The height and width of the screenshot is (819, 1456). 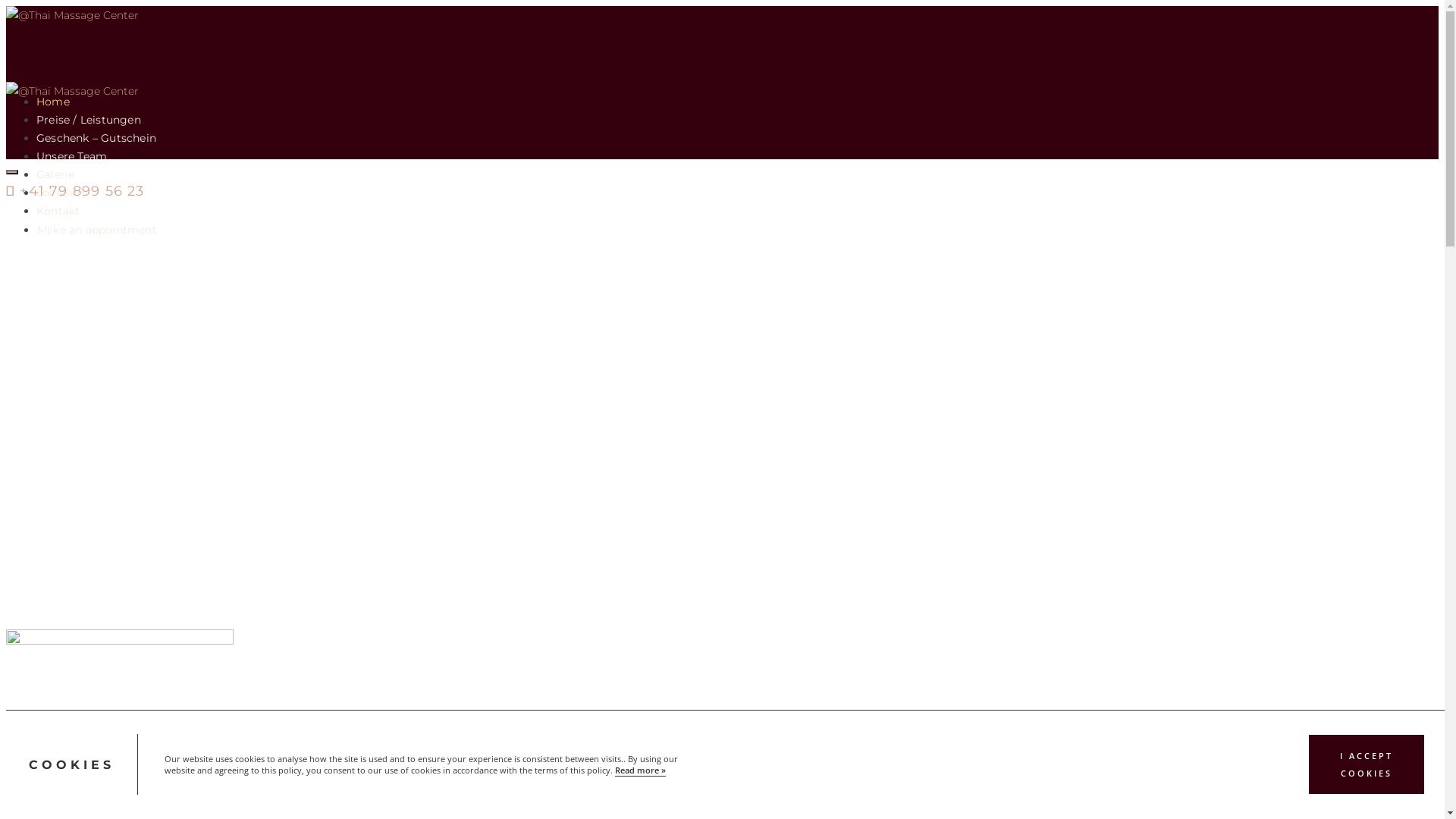 What do you see at coordinates (36, 102) in the screenshot?
I see `'Home'` at bounding box center [36, 102].